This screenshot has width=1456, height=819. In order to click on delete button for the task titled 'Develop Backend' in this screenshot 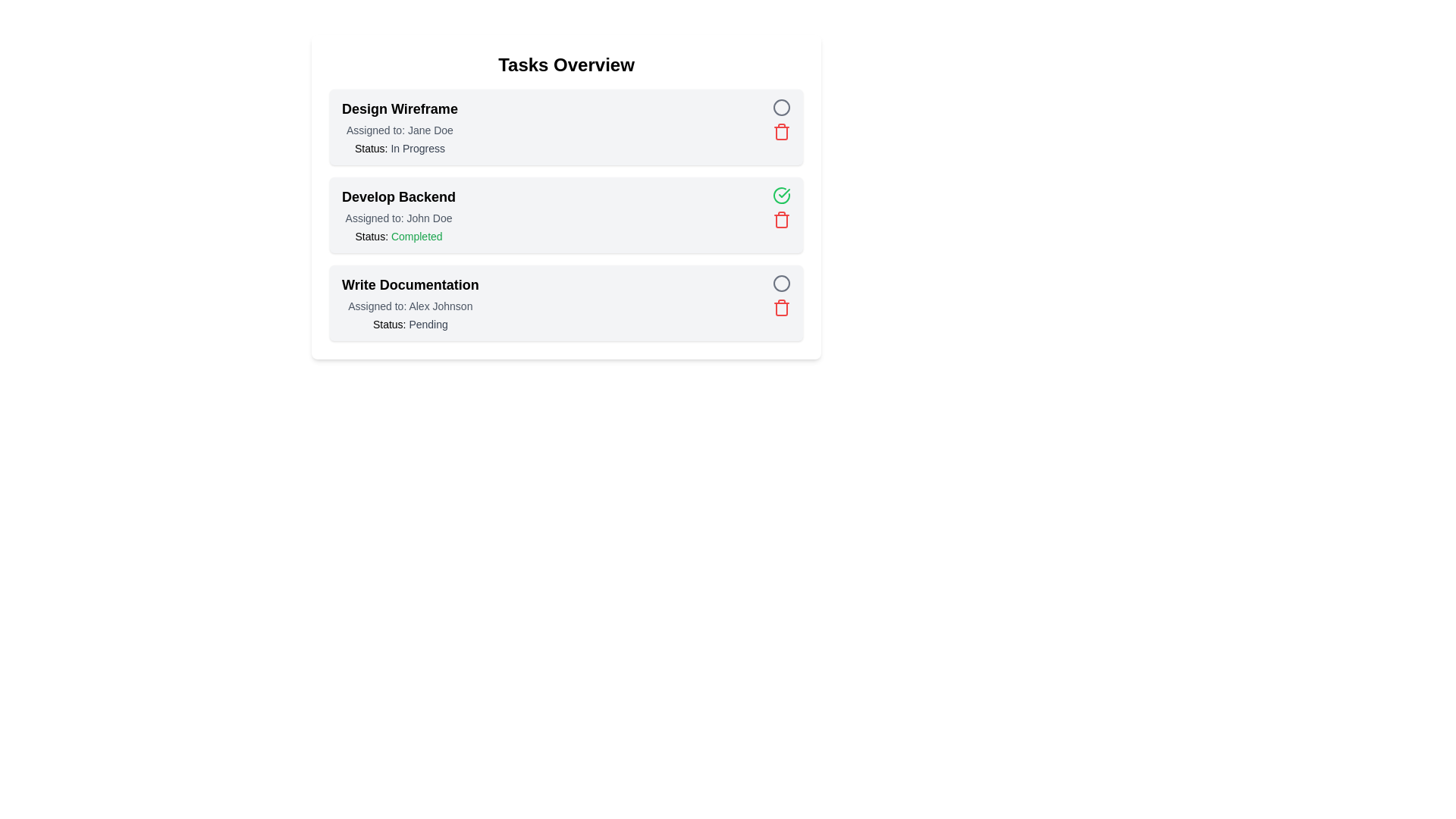, I will do `click(782, 219)`.